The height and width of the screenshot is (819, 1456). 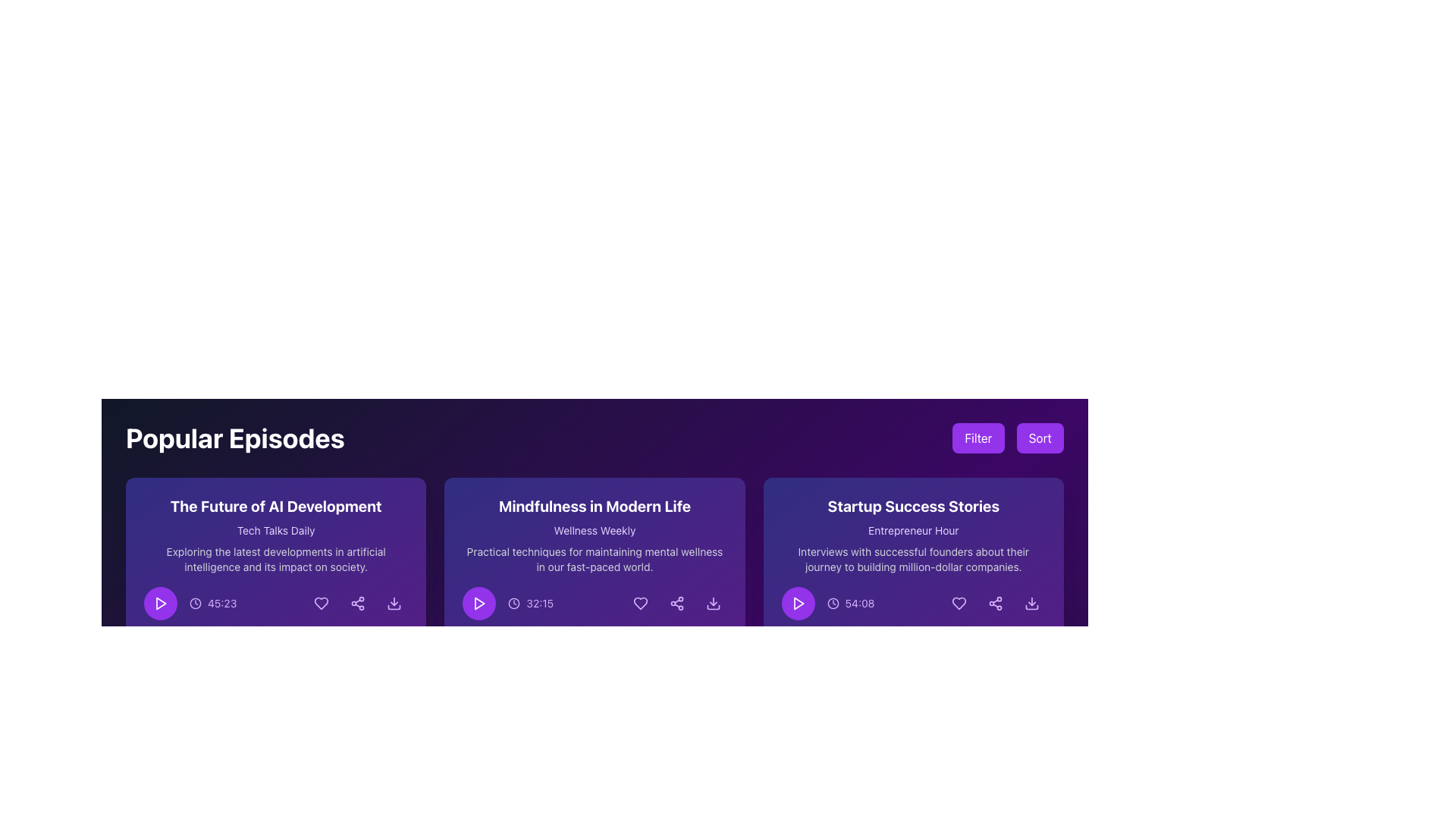 What do you see at coordinates (276, 506) in the screenshot?
I see `the title text label that serves as the main theme for its associated content card, which is centrally positioned within the card layout` at bounding box center [276, 506].